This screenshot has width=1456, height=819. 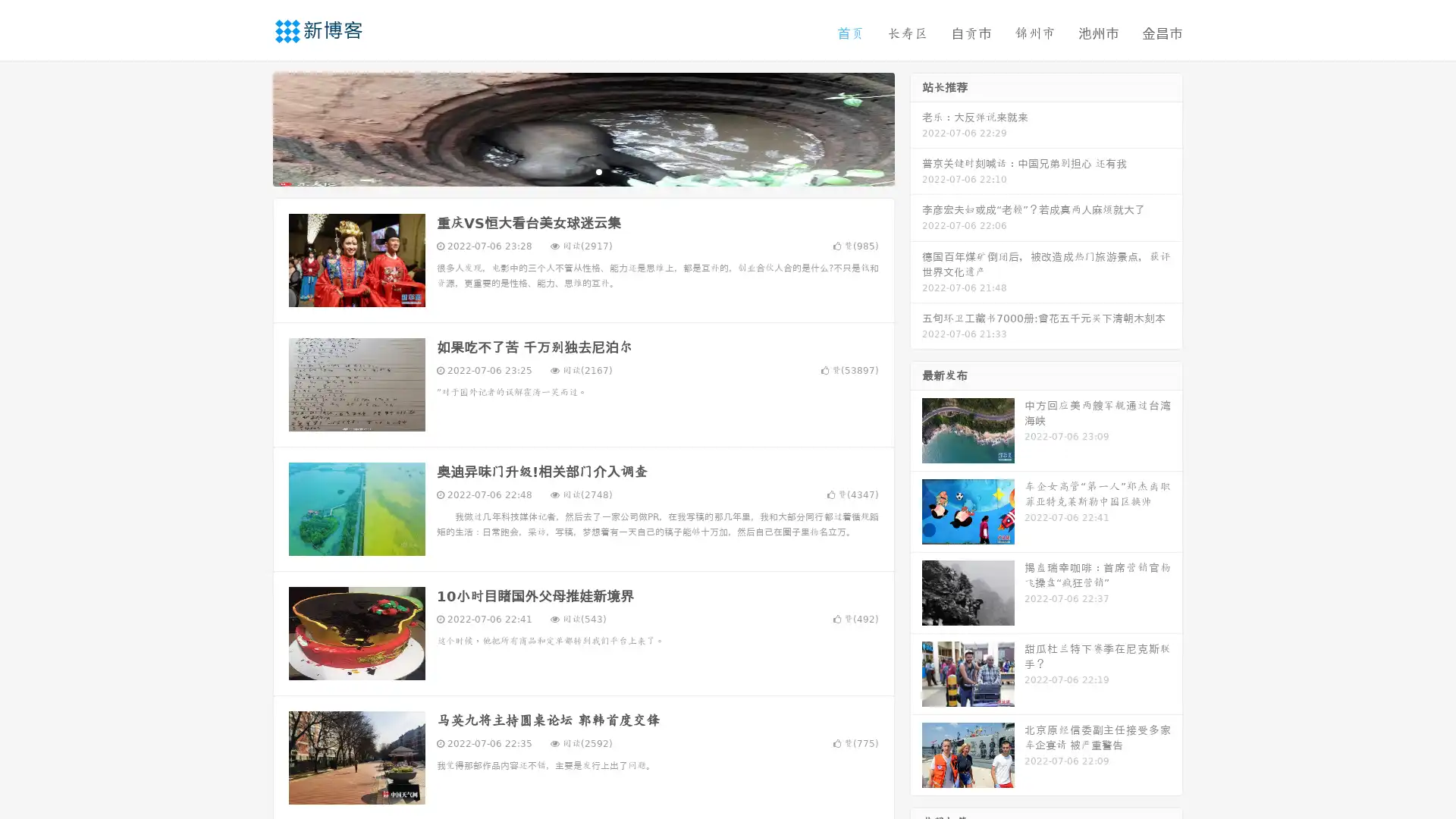 I want to click on Next slide, so click(x=916, y=127).